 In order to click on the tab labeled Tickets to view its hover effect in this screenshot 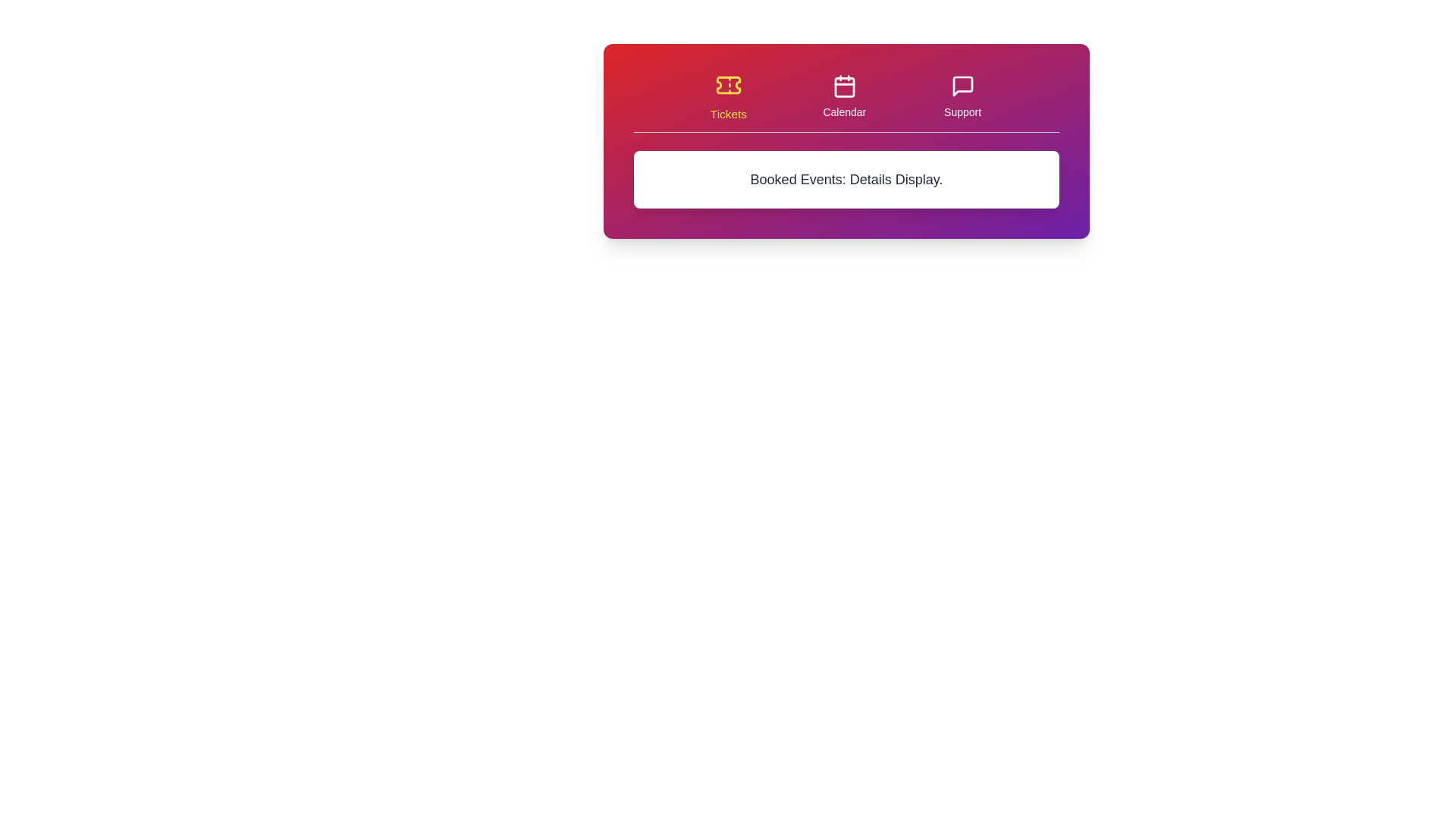, I will do `click(728, 96)`.